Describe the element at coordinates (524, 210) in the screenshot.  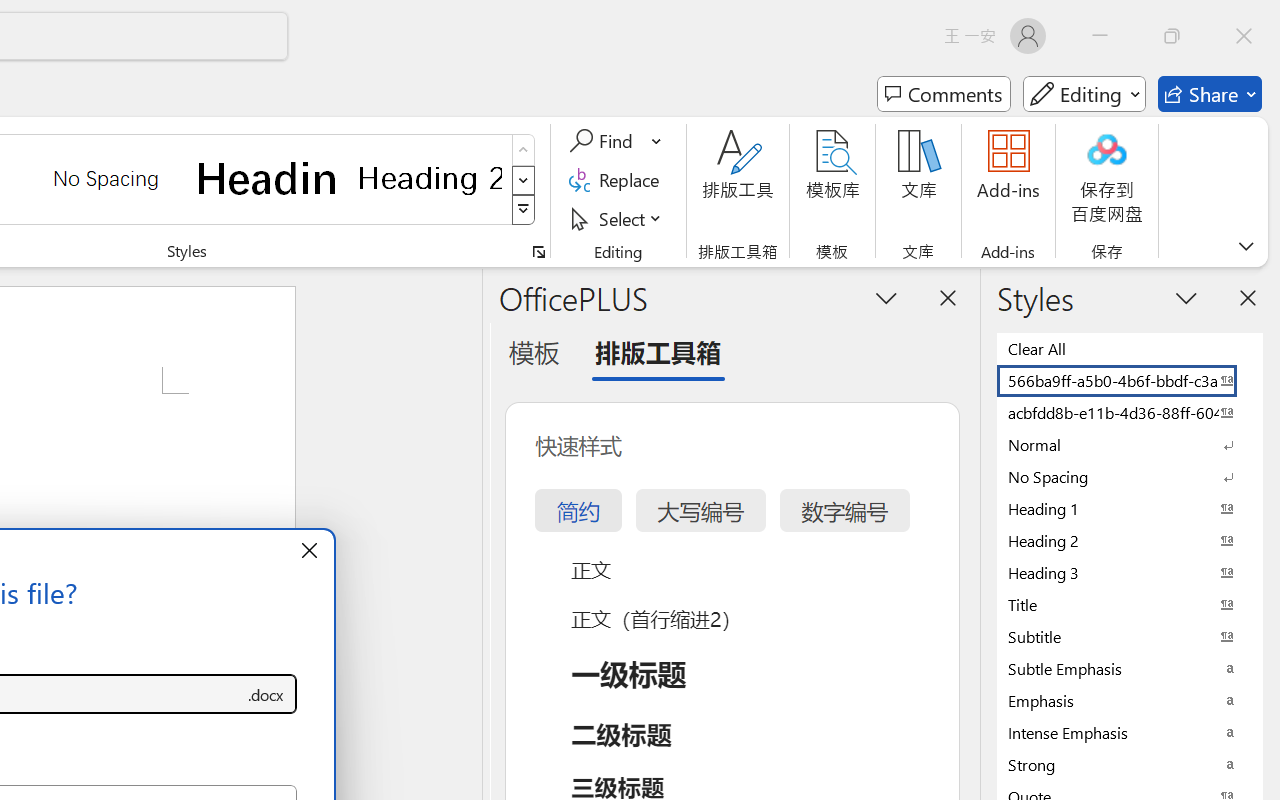
I see `'Class: NetUIImage'` at that location.